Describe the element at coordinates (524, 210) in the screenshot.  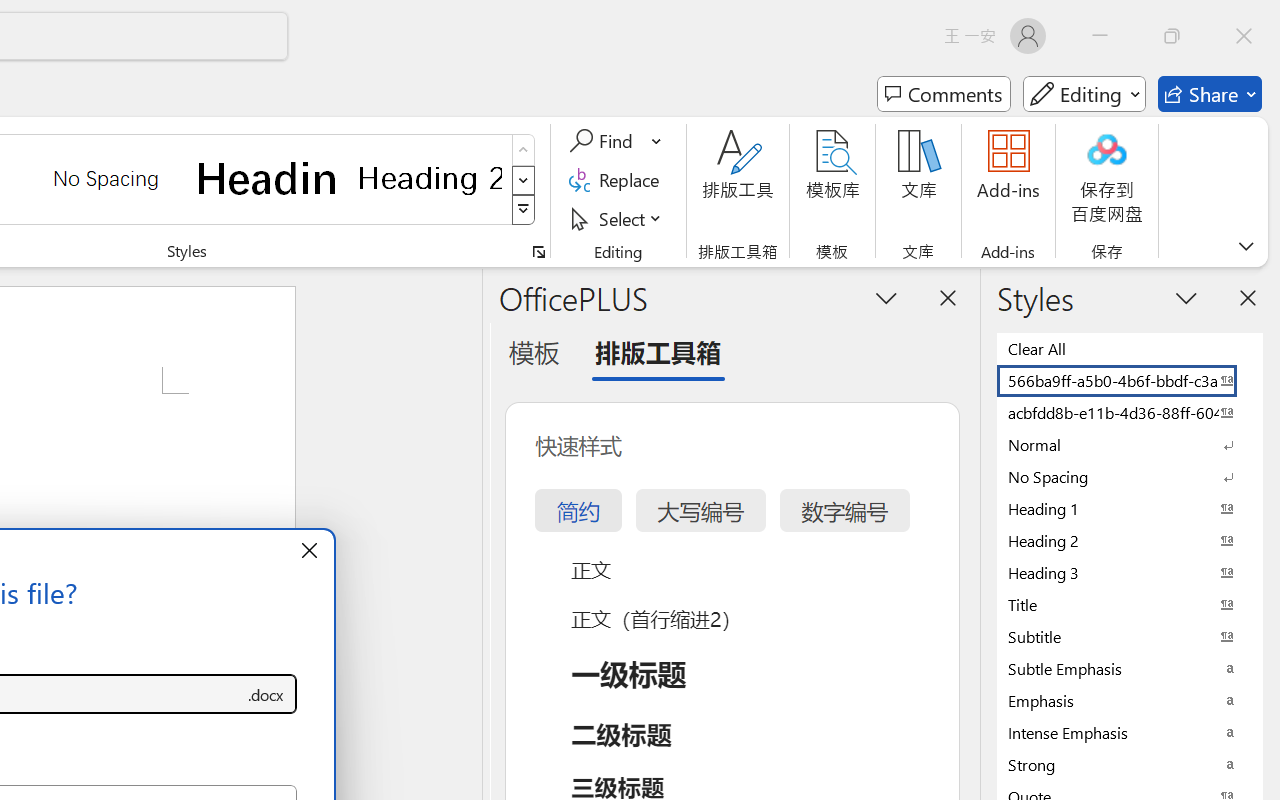
I see `'Class: NetUIImage'` at that location.